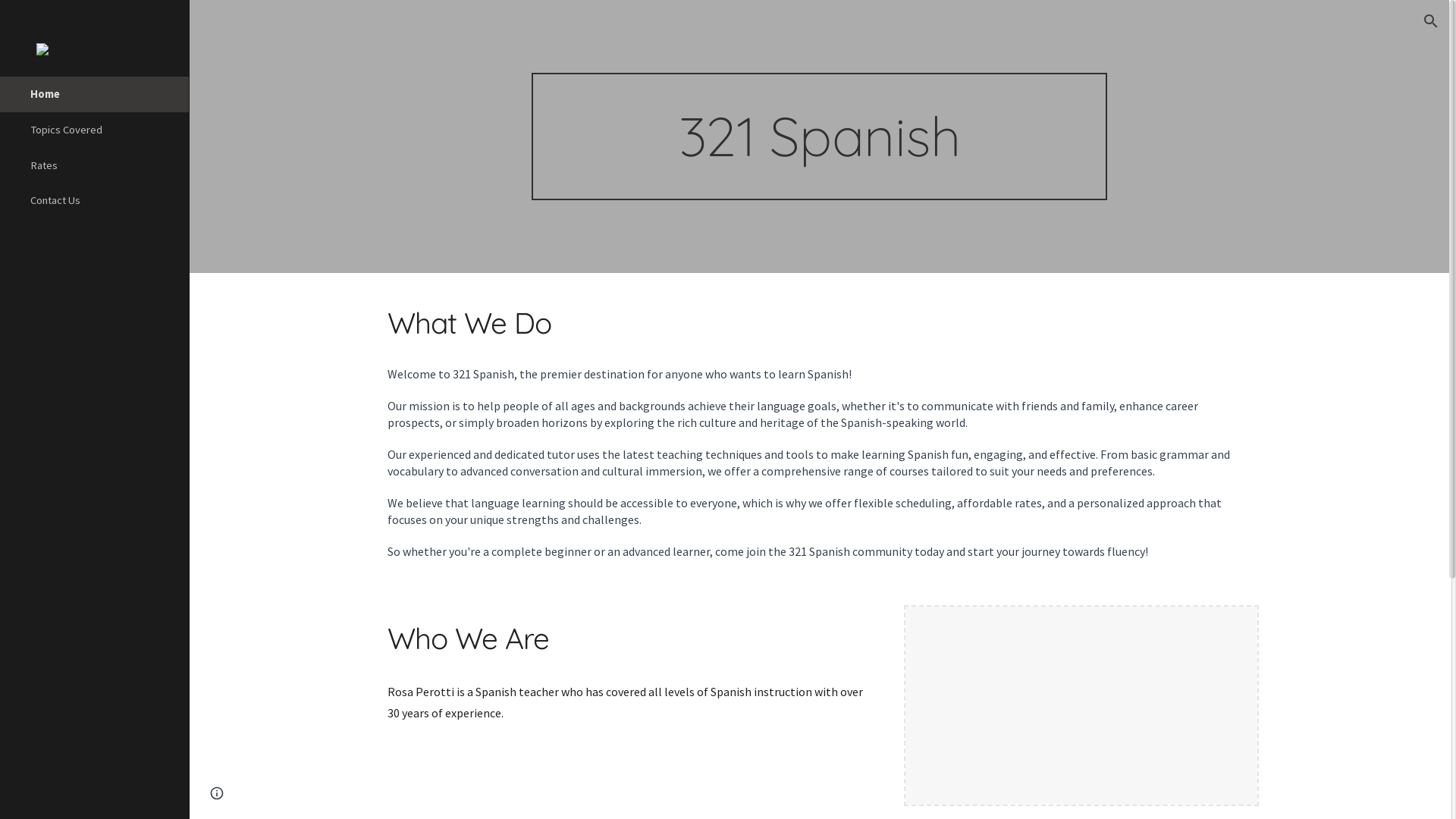 The width and height of the screenshot is (1456, 819). I want to click on 'Rates', so click(102, 165).